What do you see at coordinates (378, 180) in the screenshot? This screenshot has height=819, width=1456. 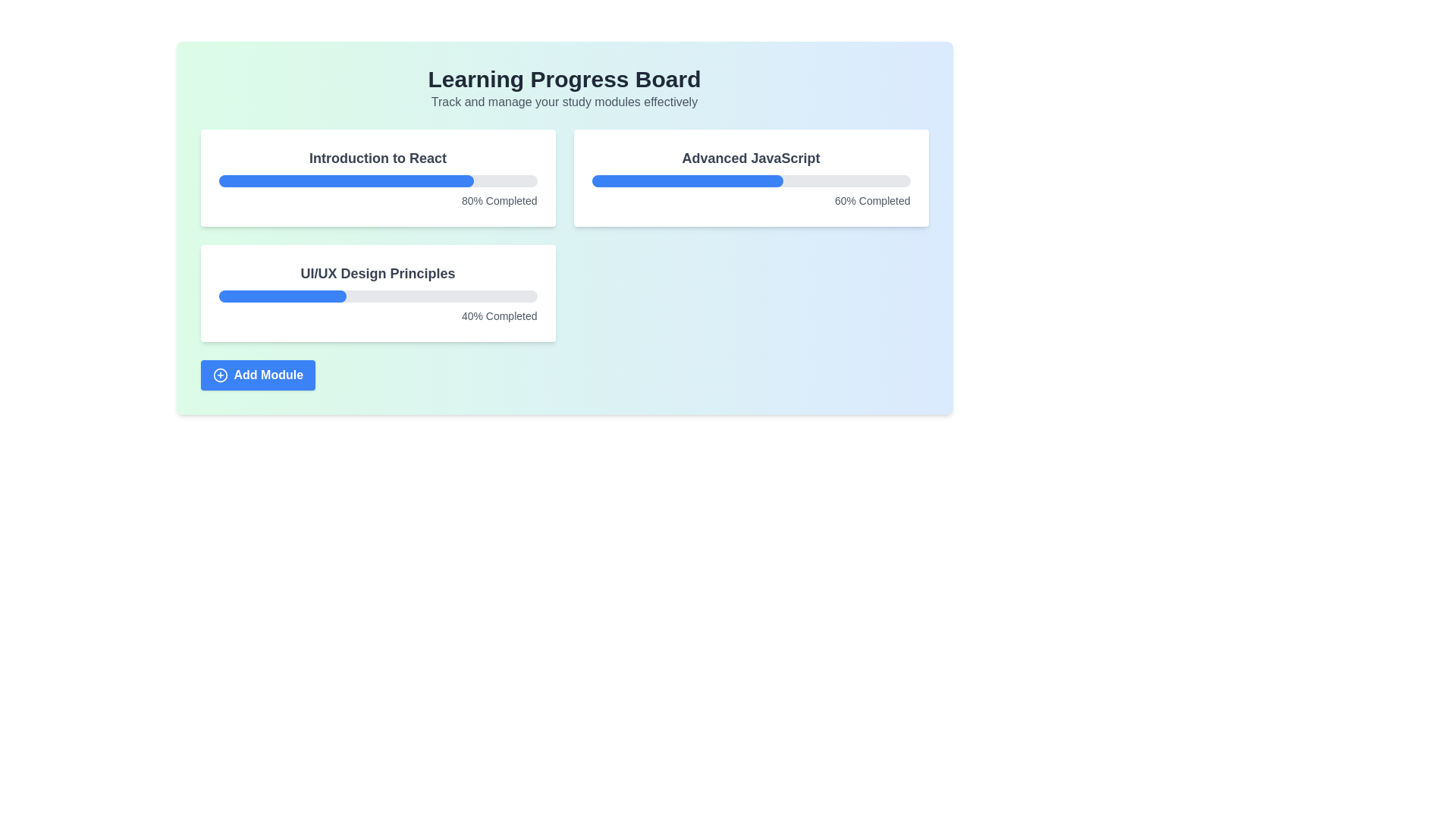 I see `the progress bar indicating the completion state of the task within the 'Introduction to React' card` at bounding box center [378, 180].